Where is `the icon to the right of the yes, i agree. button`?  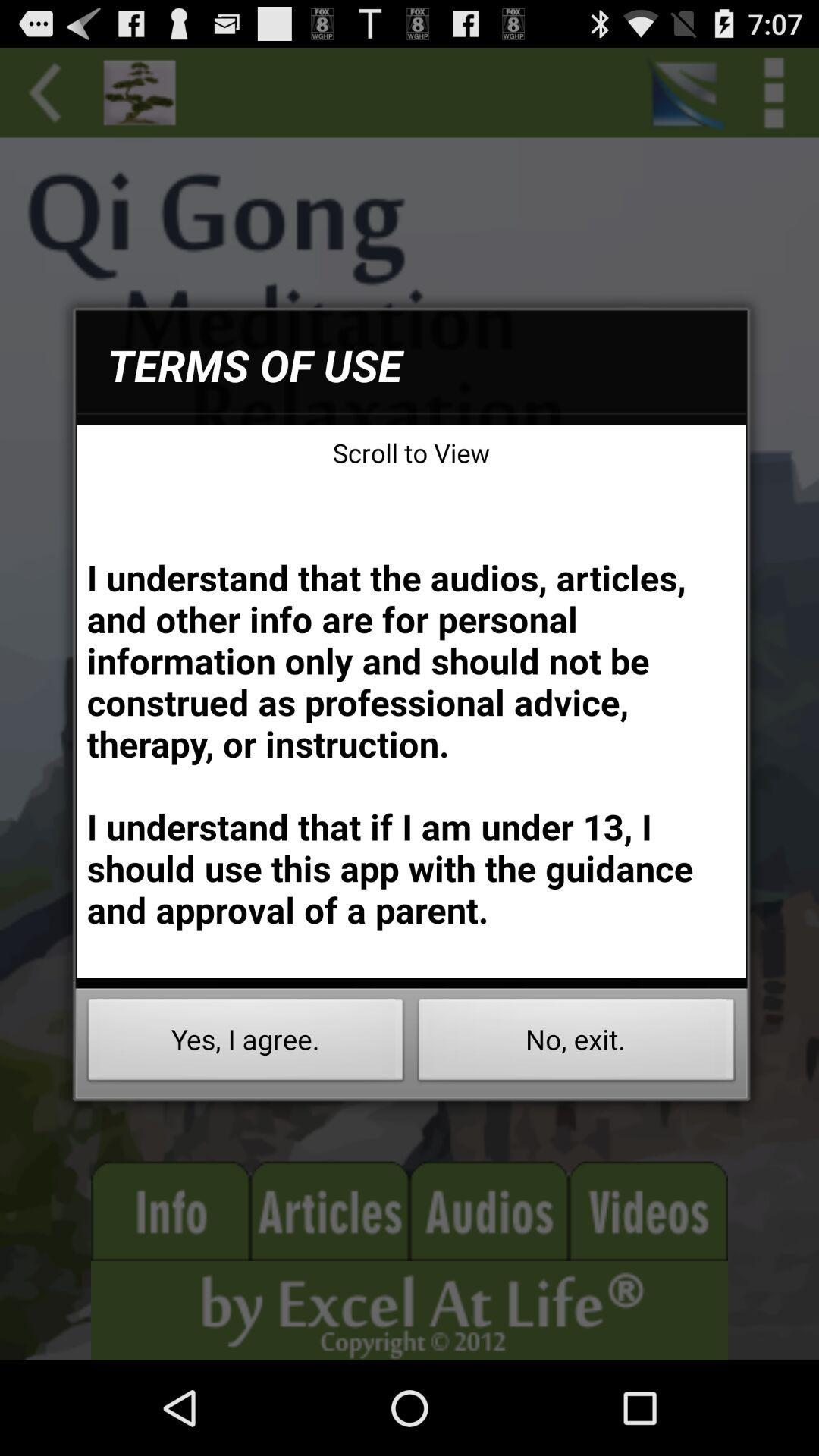 the icon to the right of the yes, i agree. button is located at coordinates (576, 1043).